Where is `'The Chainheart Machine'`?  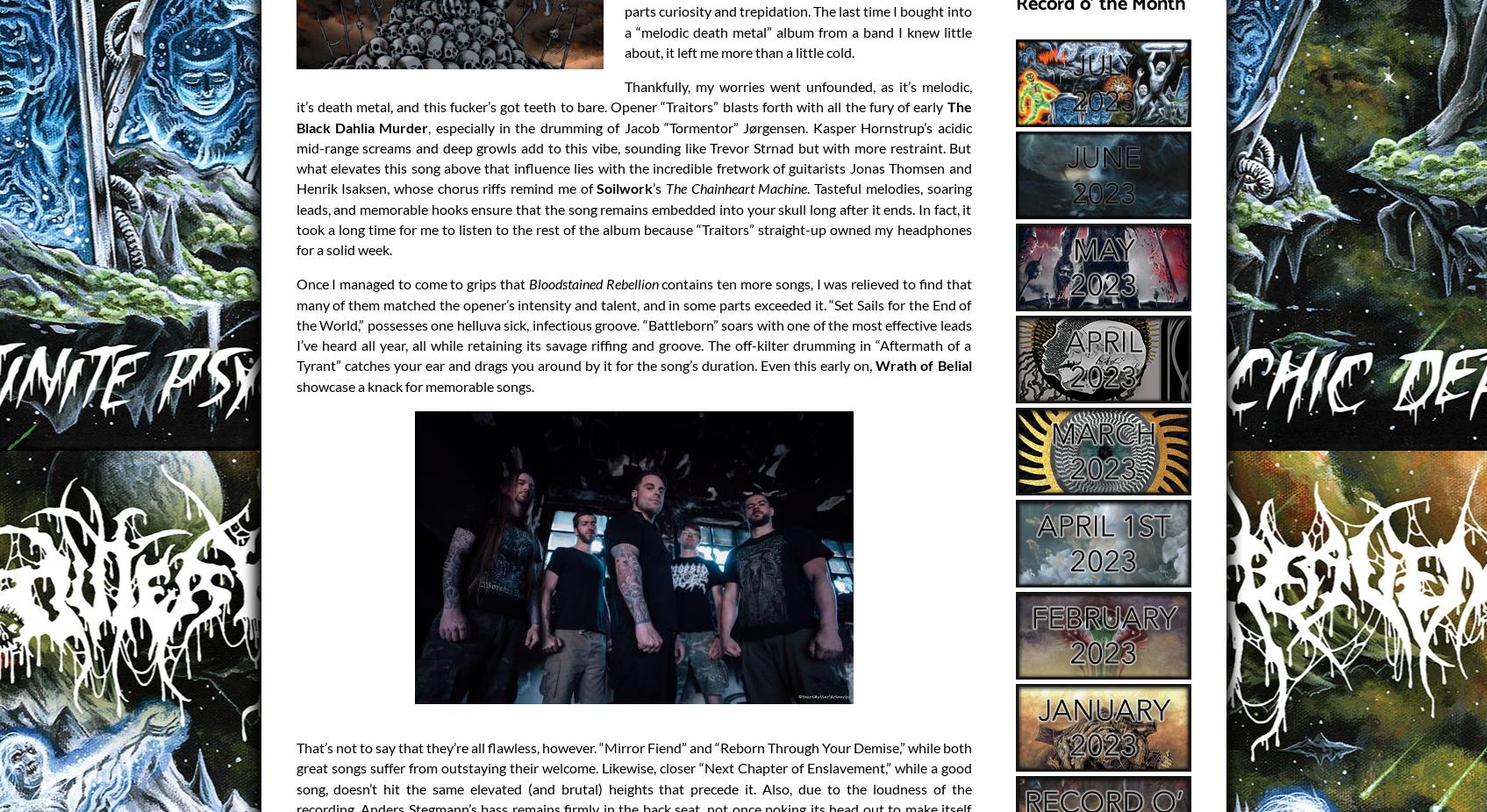 'The Chainheart Machine' is located at coordinates (736, 188).